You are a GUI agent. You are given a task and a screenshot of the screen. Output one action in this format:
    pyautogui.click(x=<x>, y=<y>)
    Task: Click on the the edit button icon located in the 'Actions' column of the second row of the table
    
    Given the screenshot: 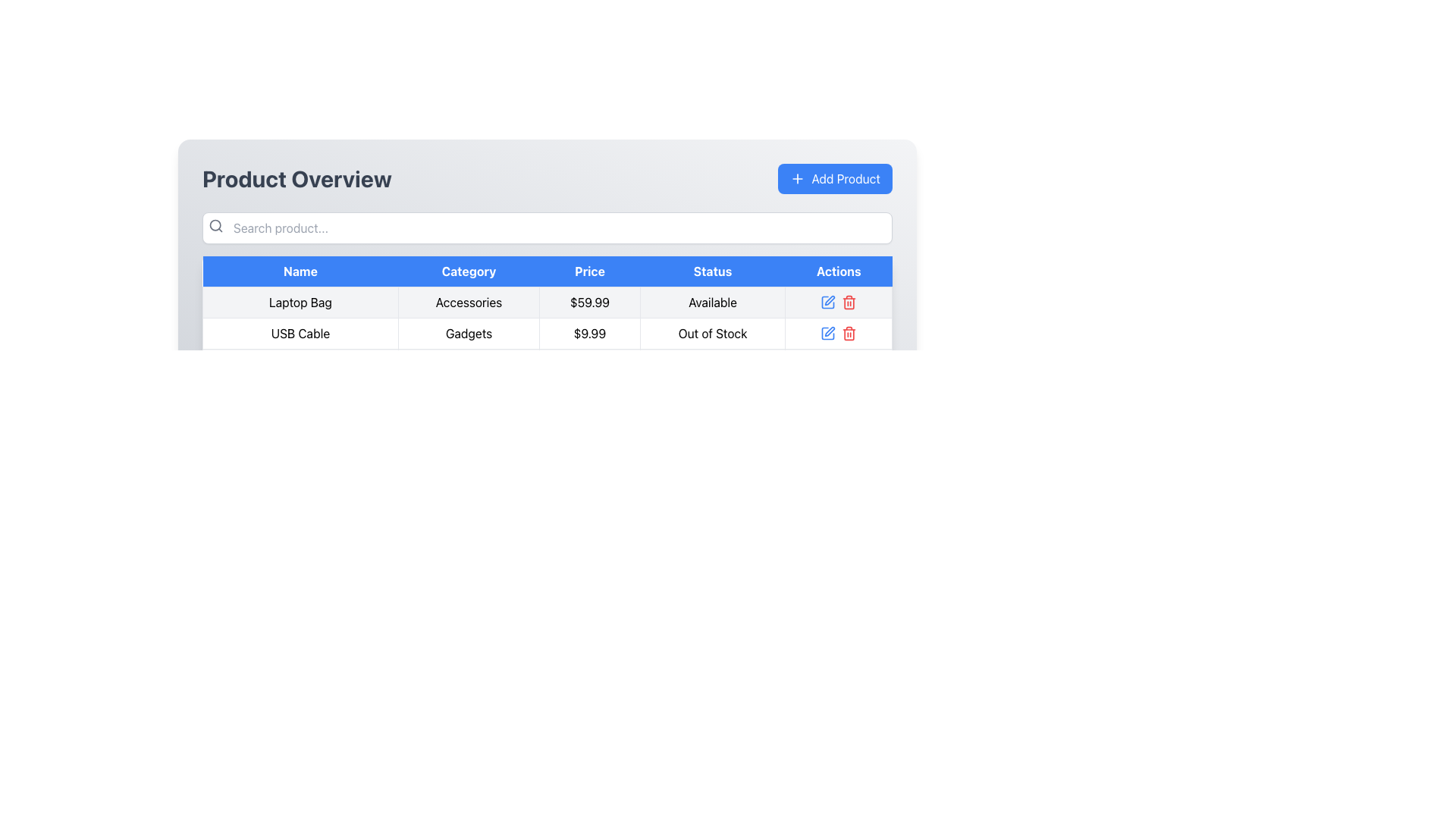 What is the action you would take?
    pyautogui.click(x=827, y=302)
    